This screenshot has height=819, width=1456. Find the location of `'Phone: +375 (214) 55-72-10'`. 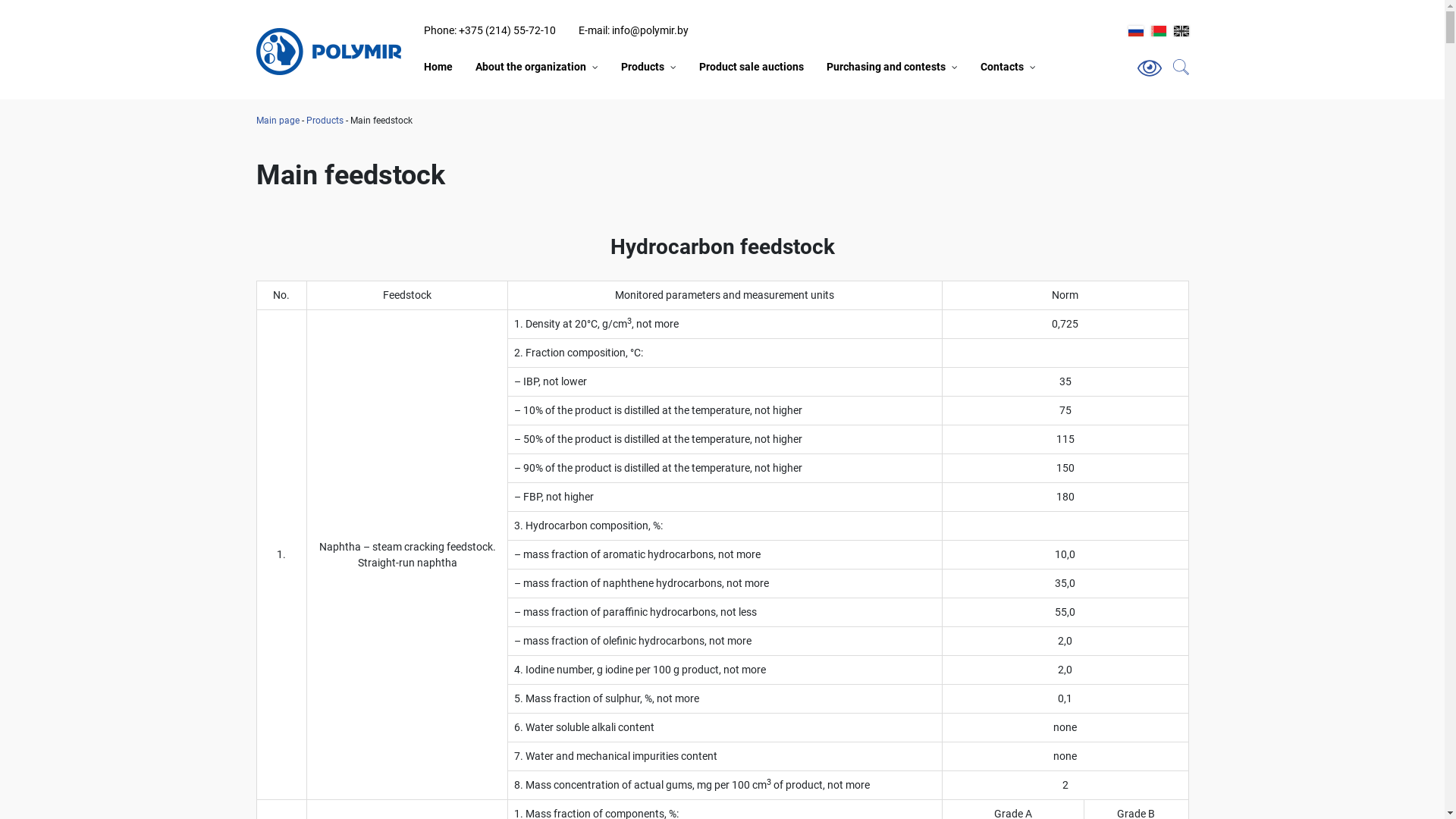

'Phone: +375 (214) 55-72-10' is located at coordinates (488, 30).